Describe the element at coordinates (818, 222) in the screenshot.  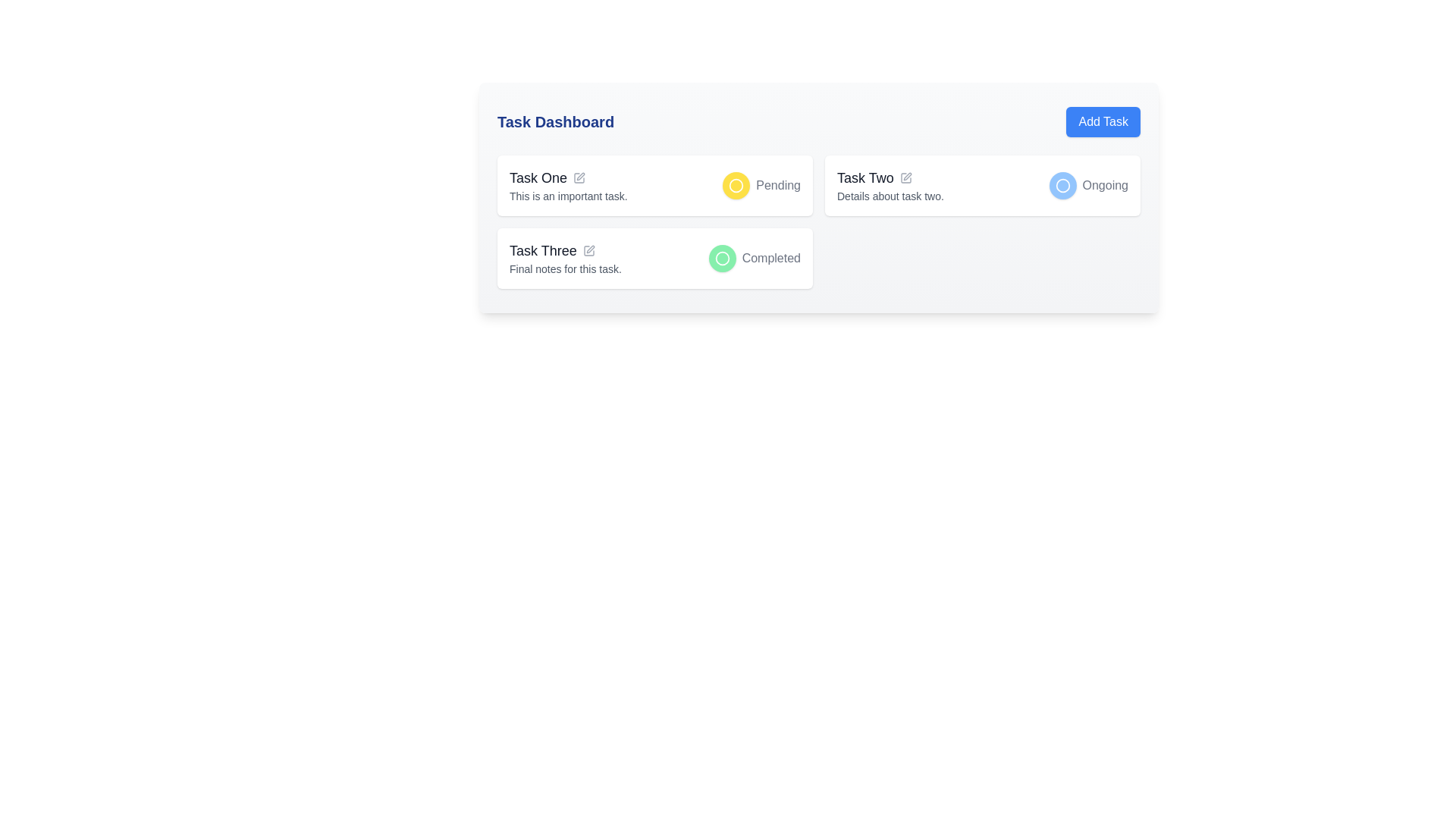
I see `the status indicators within the task overview section, which is located centrally below the task dashboard title and spans two columns` at that location.